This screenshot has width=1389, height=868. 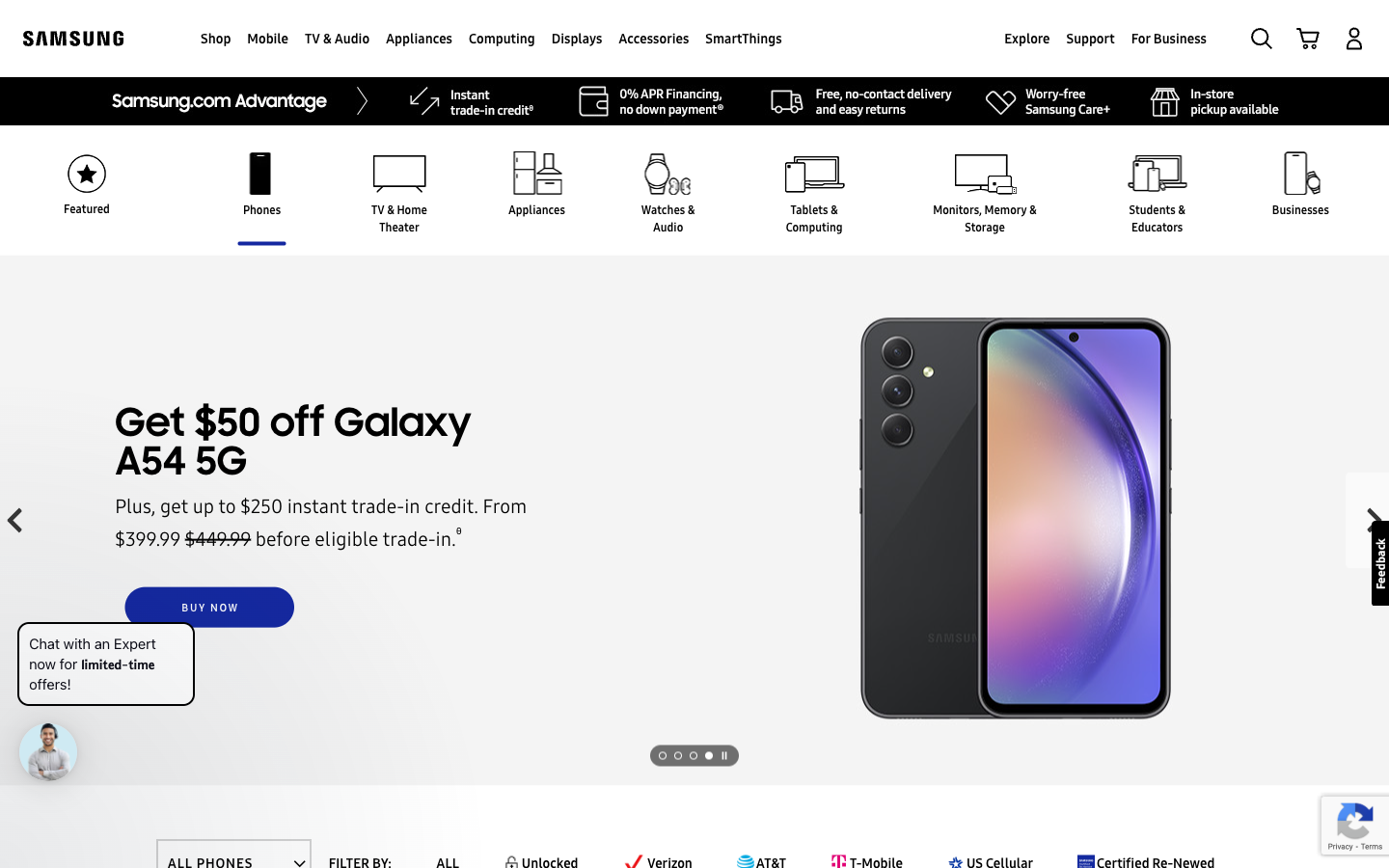 I want to click on the purchase page for the Galaxy A54 5G, so click(x=209, y=608).